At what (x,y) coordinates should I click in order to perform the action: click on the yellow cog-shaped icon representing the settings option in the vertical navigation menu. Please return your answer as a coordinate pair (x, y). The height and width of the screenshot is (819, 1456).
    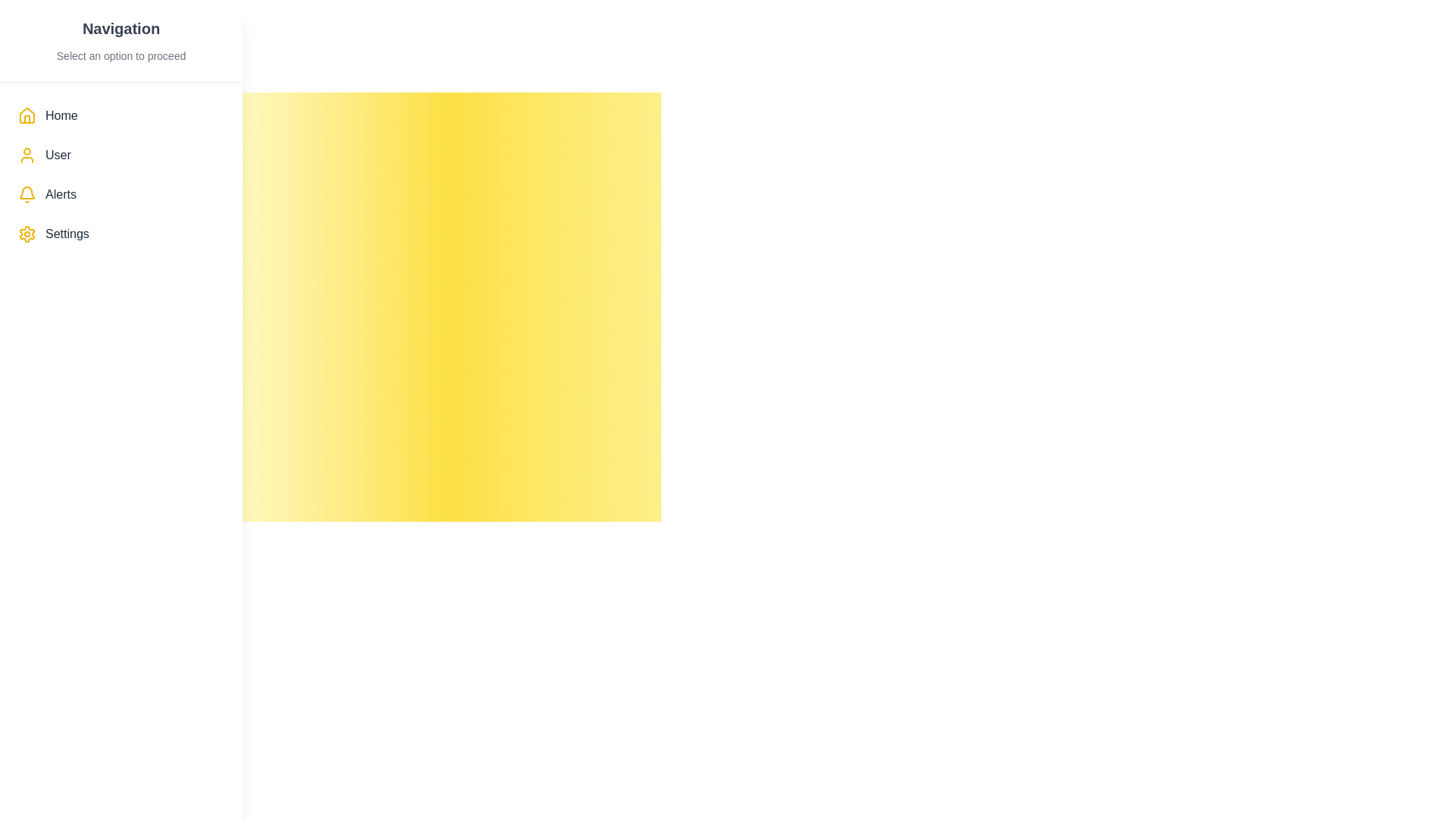
    Looking at the image, I should click on (27, 234).